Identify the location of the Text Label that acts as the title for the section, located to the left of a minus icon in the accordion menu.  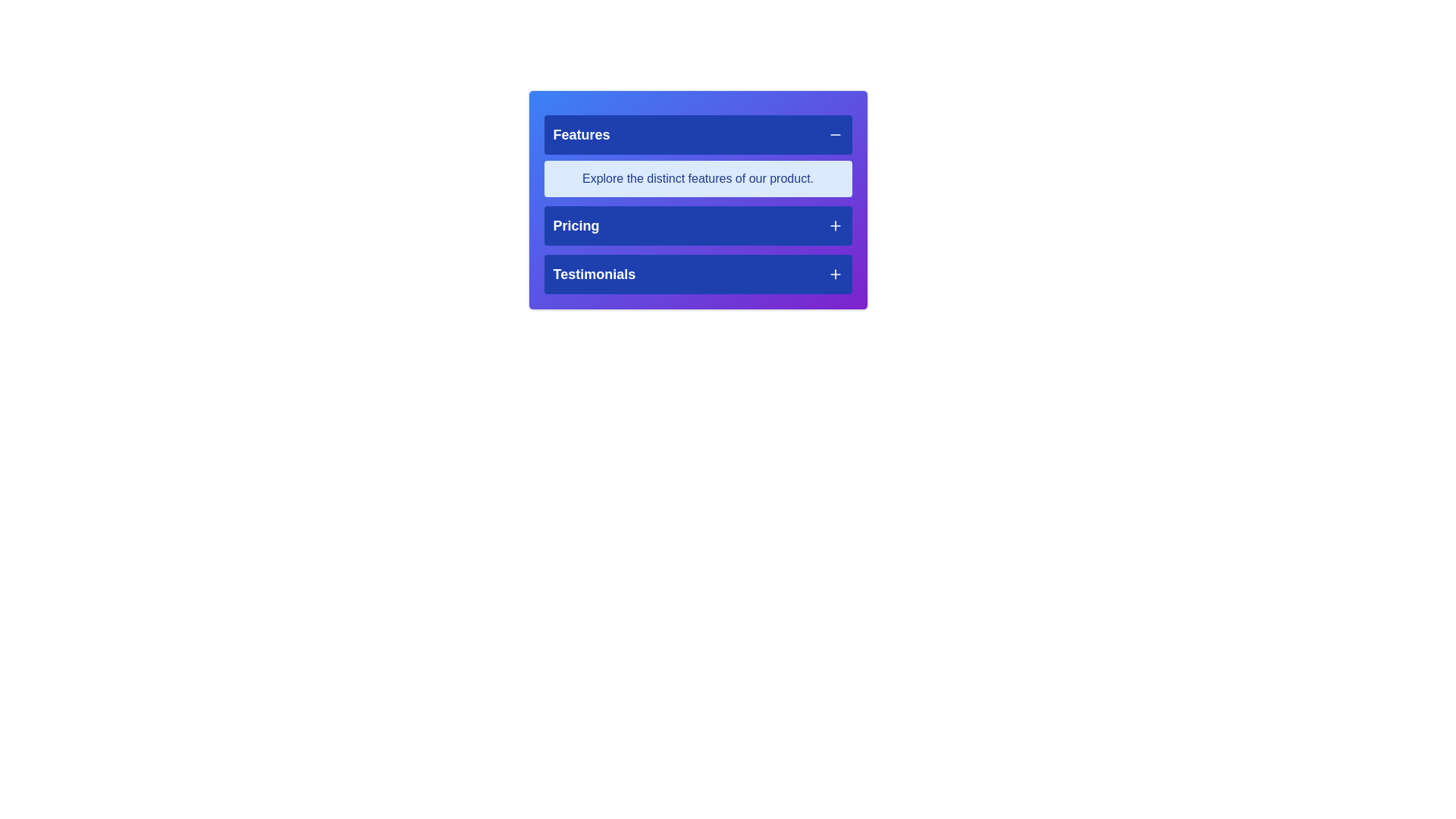
(581, 133).